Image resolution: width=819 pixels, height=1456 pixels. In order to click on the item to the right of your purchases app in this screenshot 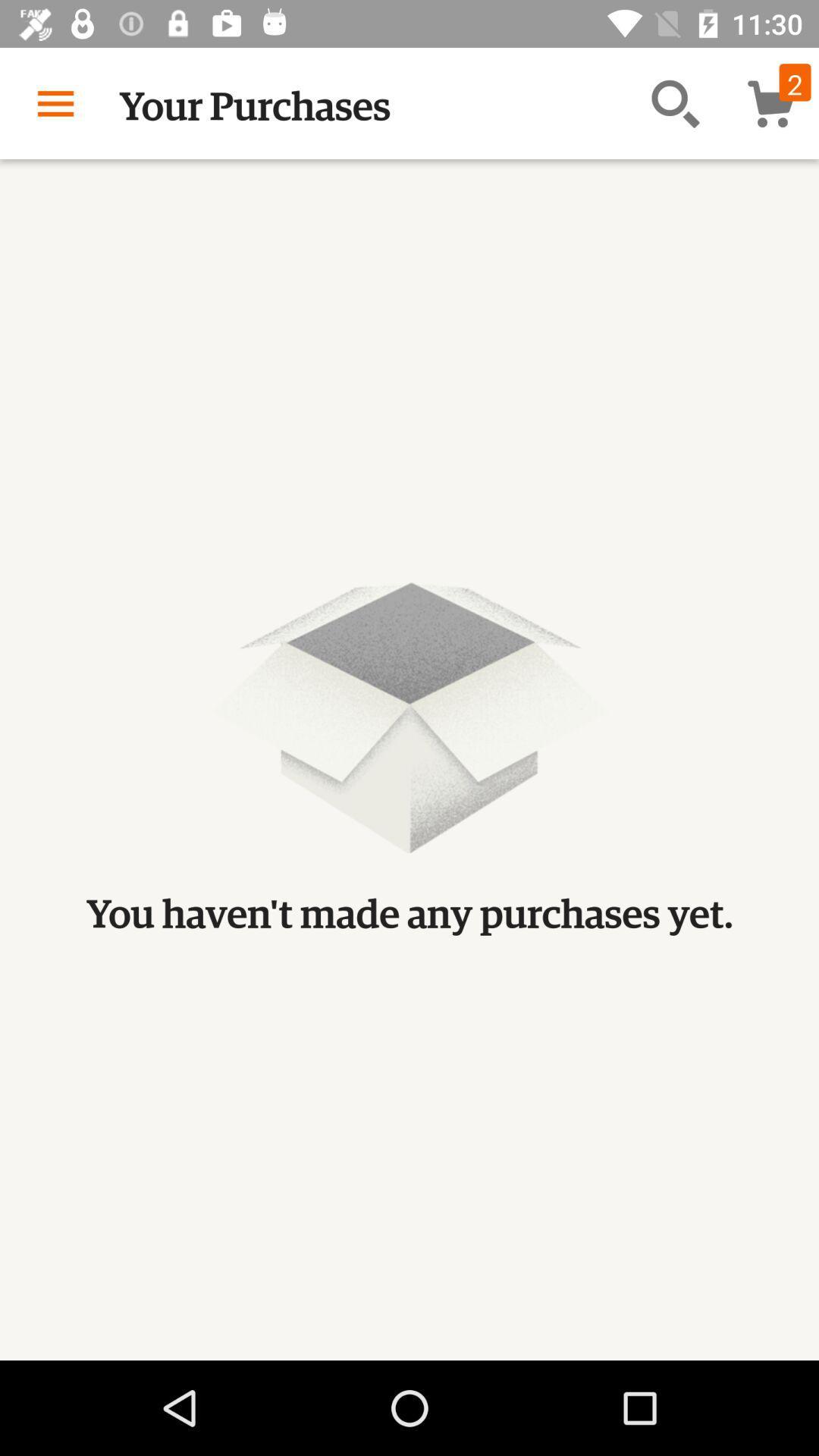, I will do `click(675, 102)`.